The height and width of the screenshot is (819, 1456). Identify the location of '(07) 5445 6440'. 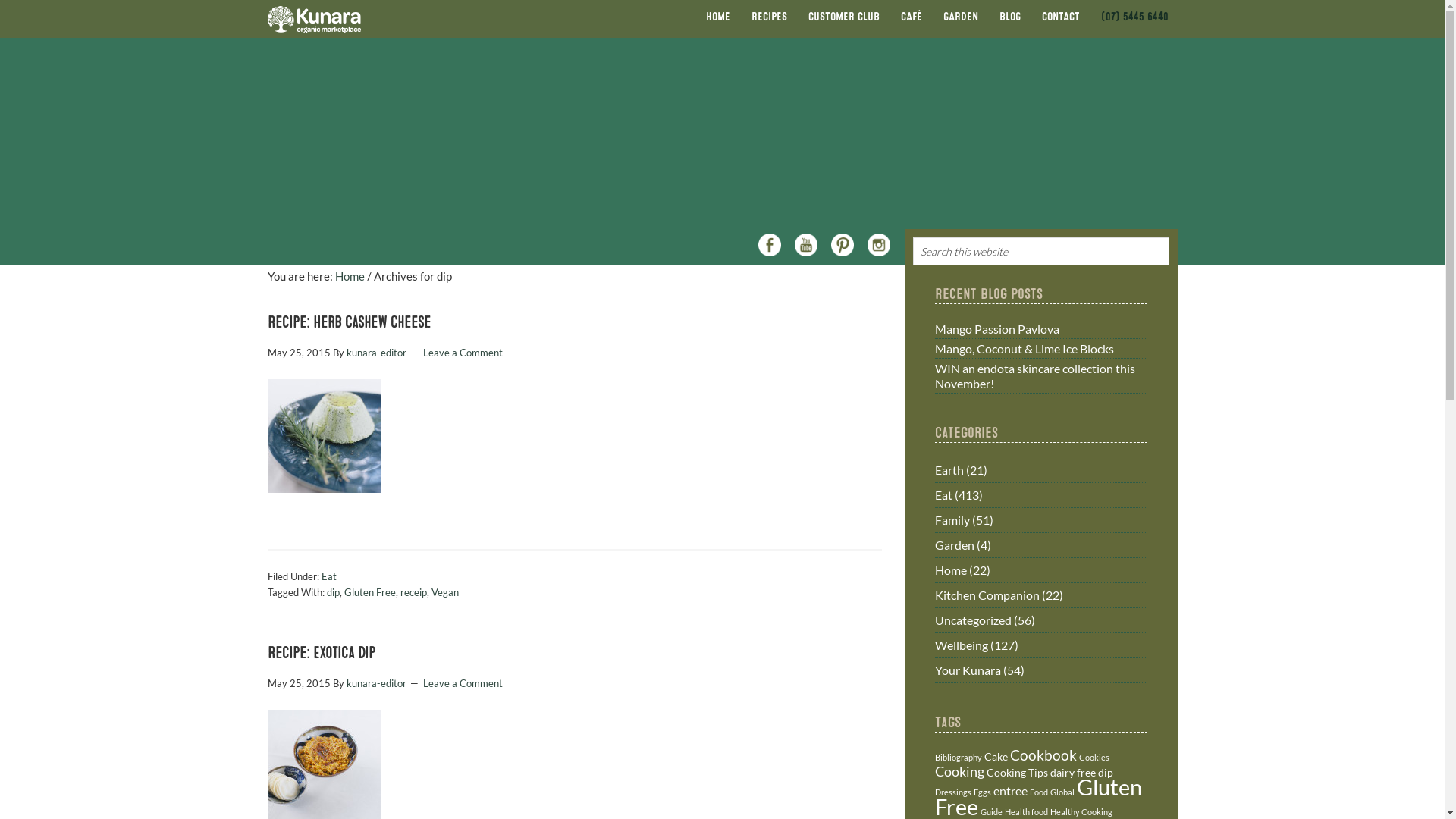
(1134, 17).